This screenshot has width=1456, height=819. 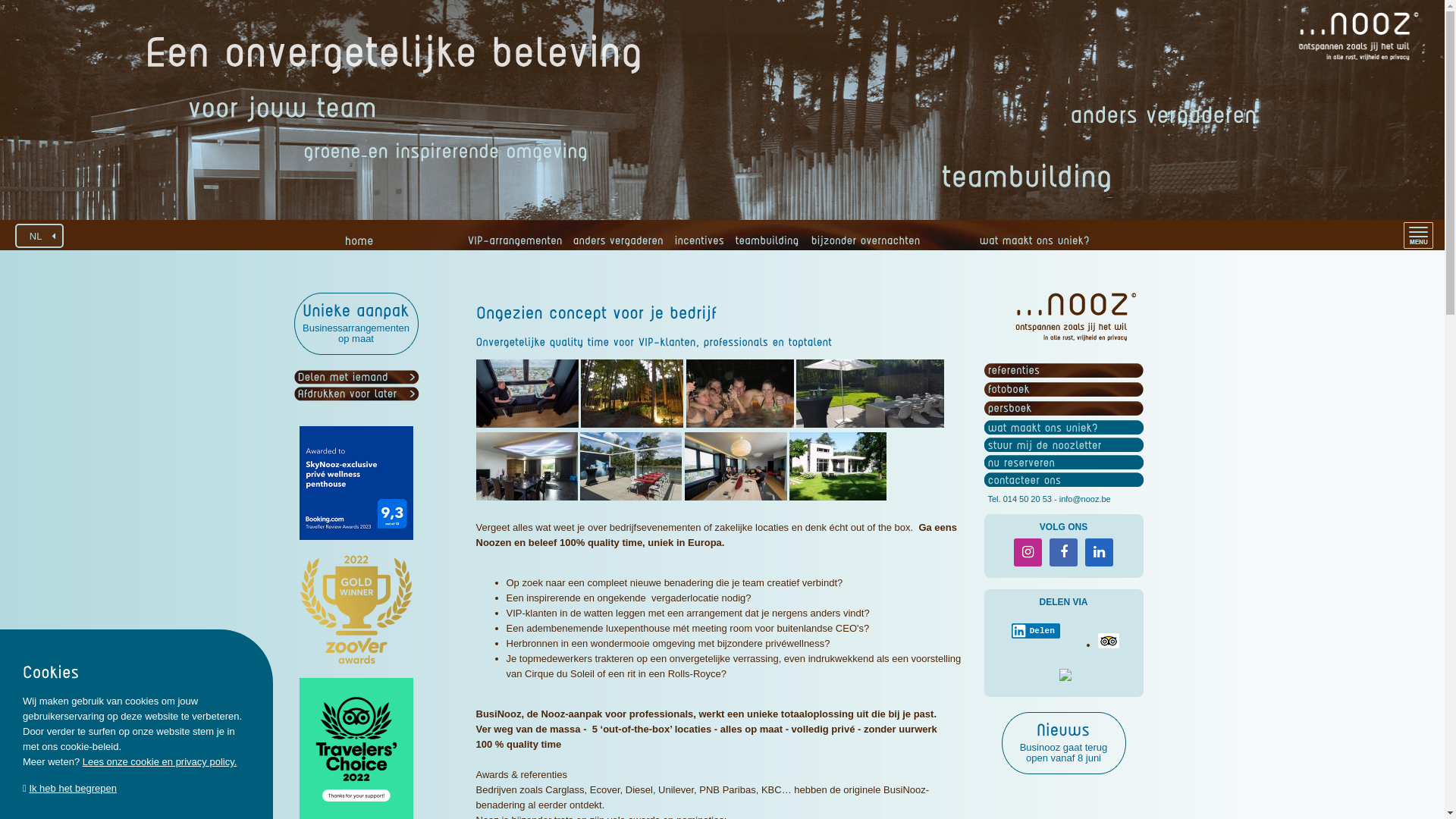 I want to click on 'info@nooz.be', so click(x=1084, y=499).